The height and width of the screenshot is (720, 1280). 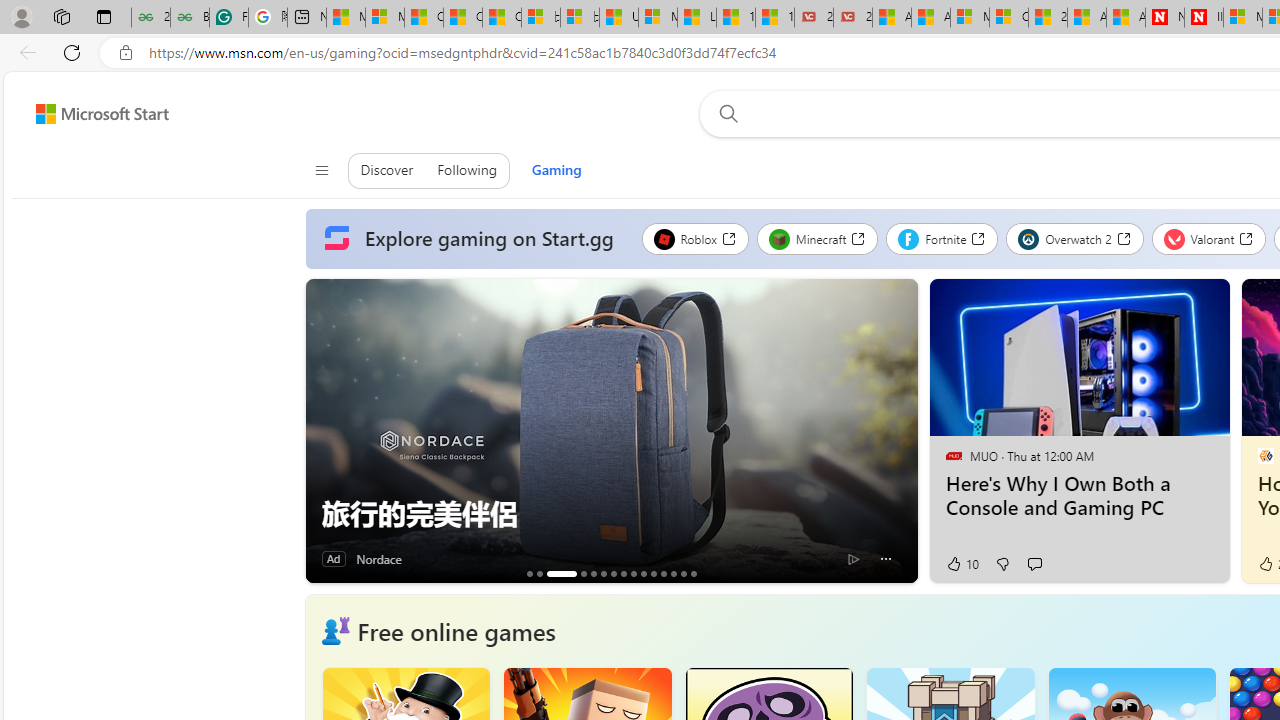 What do you see at coordinates (1207, 238) in the screenshot?
I see `'Valorant'` at bounding box center [1207, 238].